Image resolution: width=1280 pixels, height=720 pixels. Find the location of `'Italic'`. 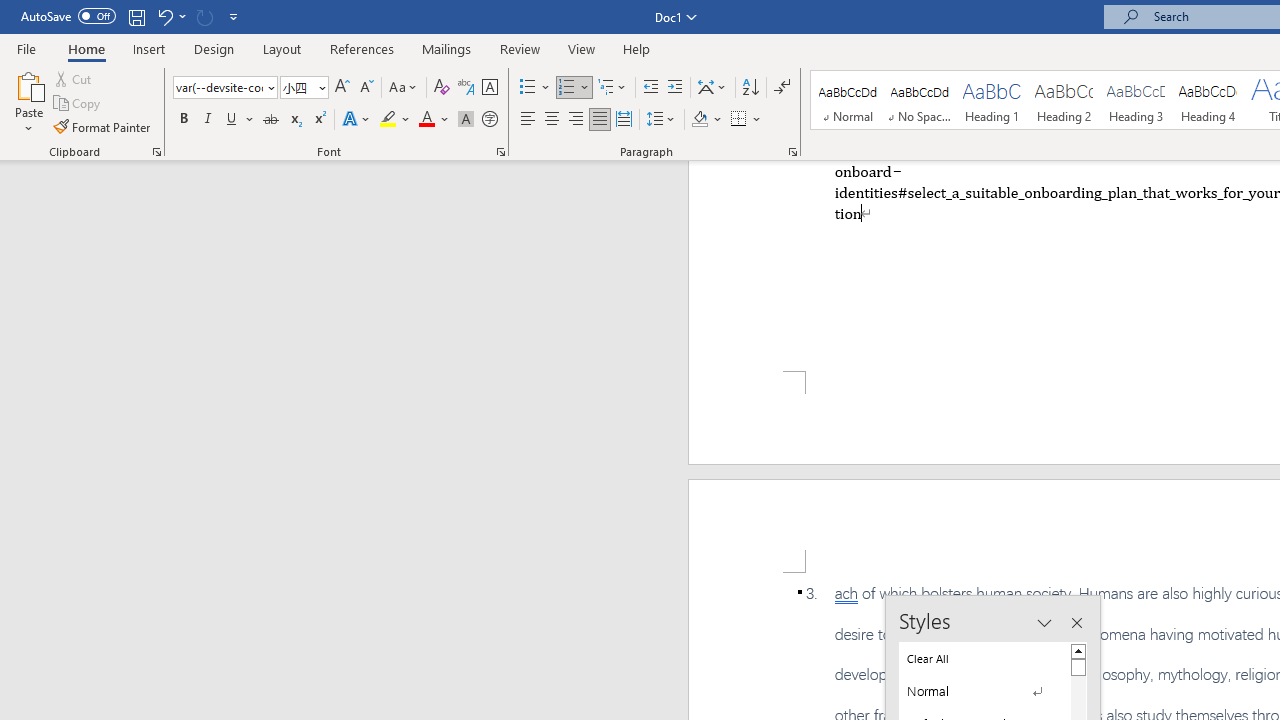

'Italic' is located at coordinates (208, 119).